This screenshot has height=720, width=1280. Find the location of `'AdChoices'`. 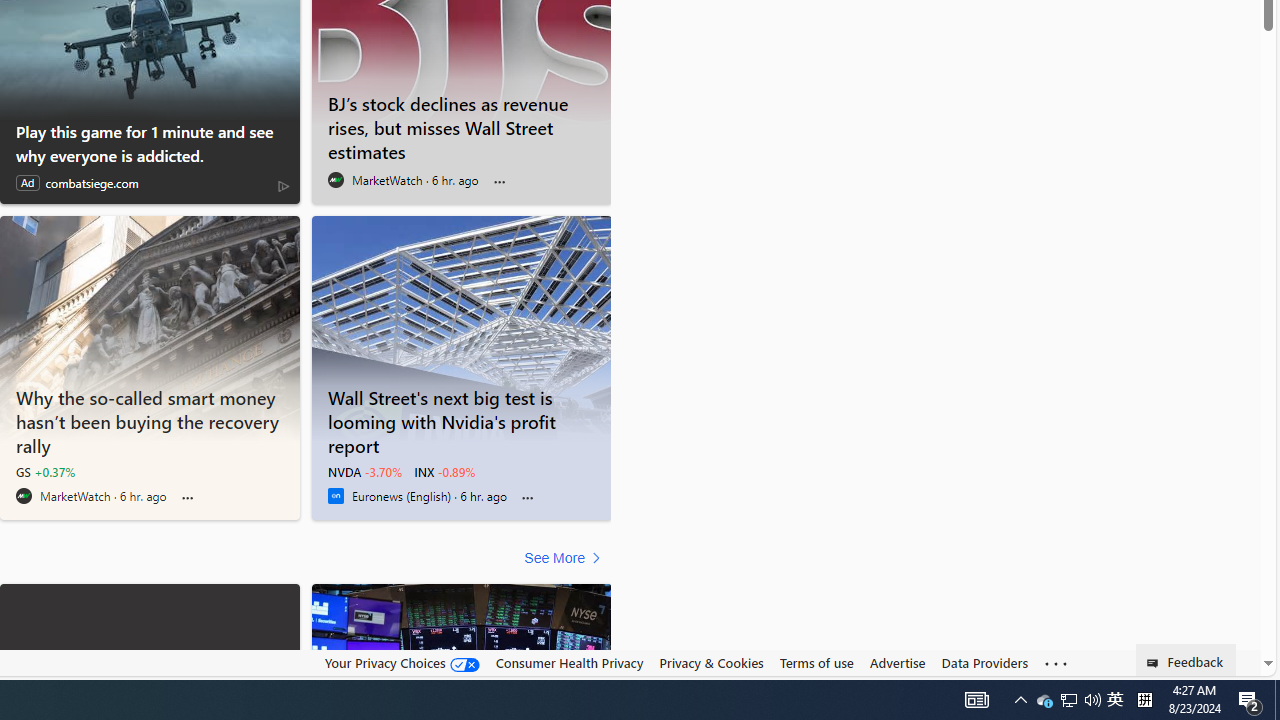

'AdChoices' is located at coordinates (282, 185).